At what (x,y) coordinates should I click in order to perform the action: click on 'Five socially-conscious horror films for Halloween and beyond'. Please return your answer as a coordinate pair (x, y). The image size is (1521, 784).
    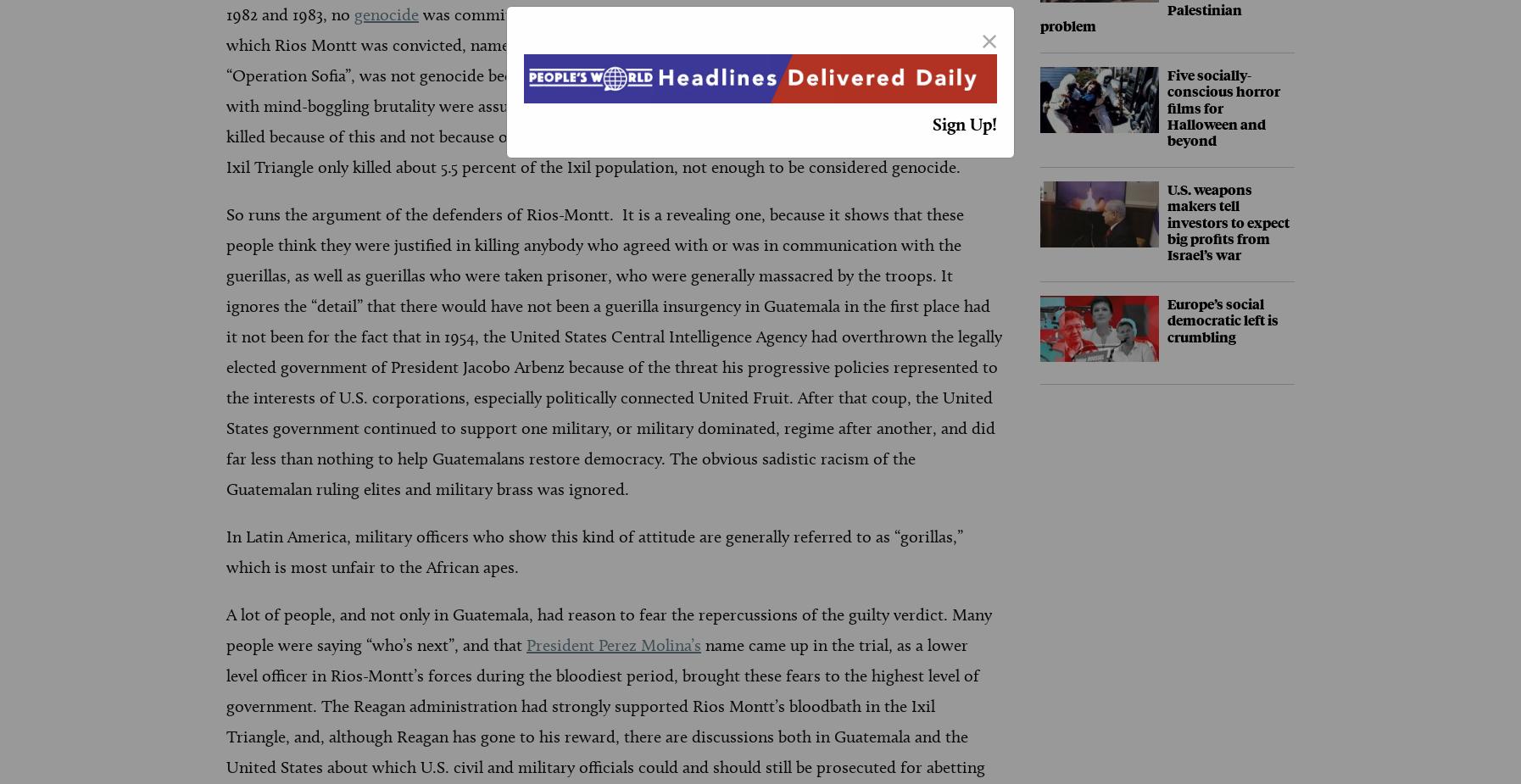
    Looking at the image, I should click on (1223, 107).